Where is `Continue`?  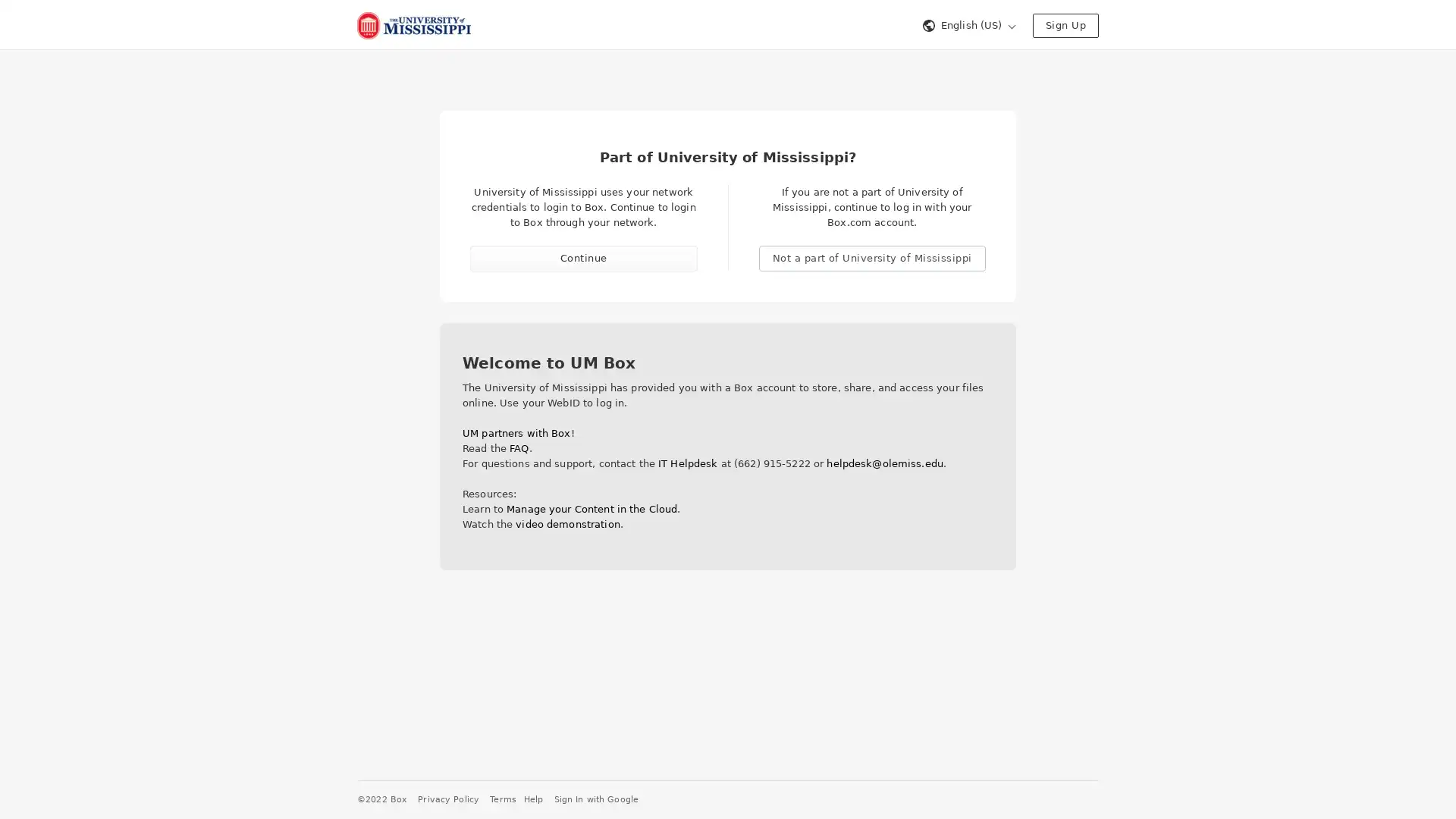 Continue is located at coordinates (582, 257).